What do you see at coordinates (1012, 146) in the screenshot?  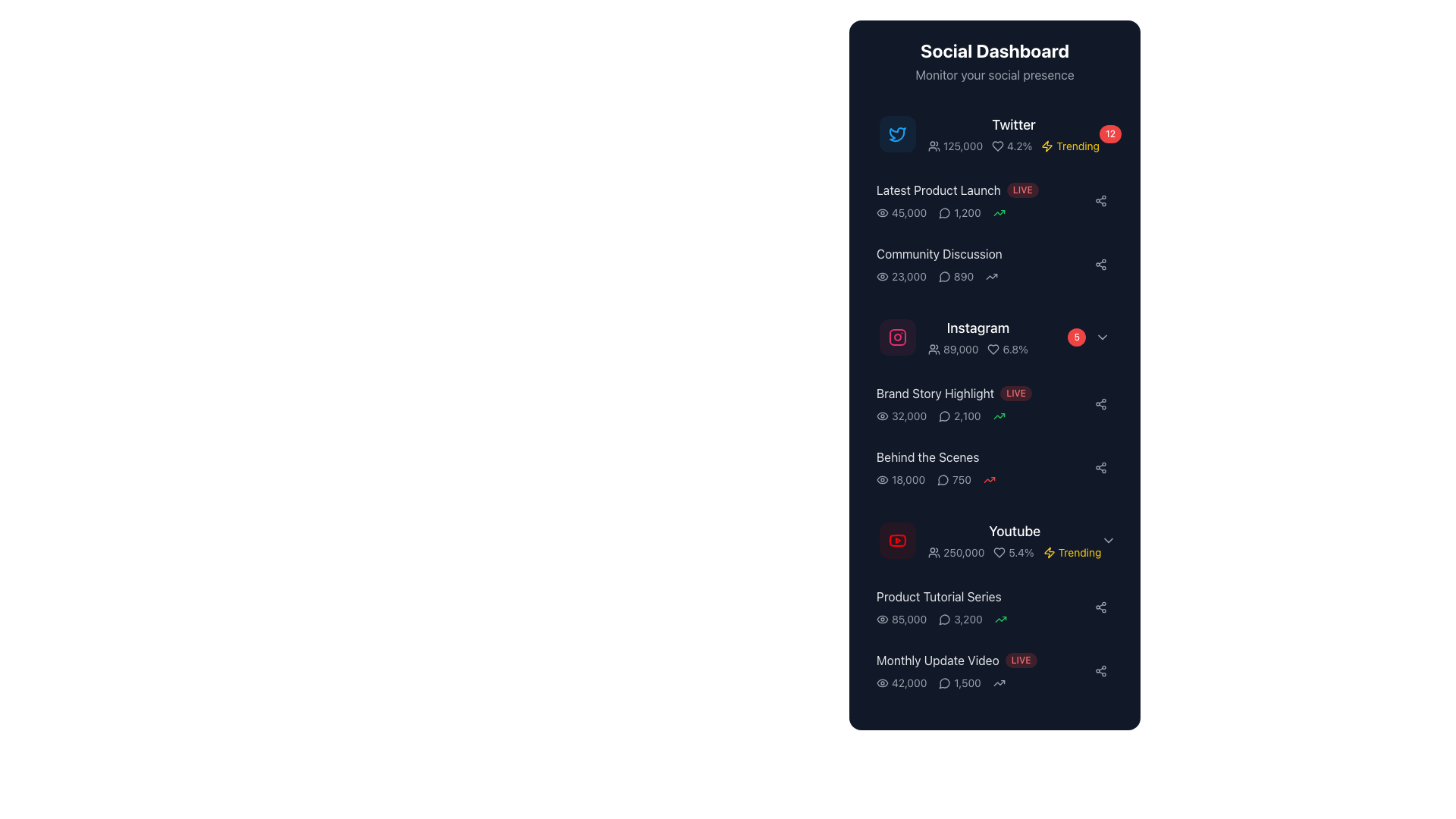 I see `the static text element displaying '4.2%' which is styled with a gray font and is the third item in the Twitter metrics row, positioned to the right of a heart icon` at bounding box center [1012, 146].